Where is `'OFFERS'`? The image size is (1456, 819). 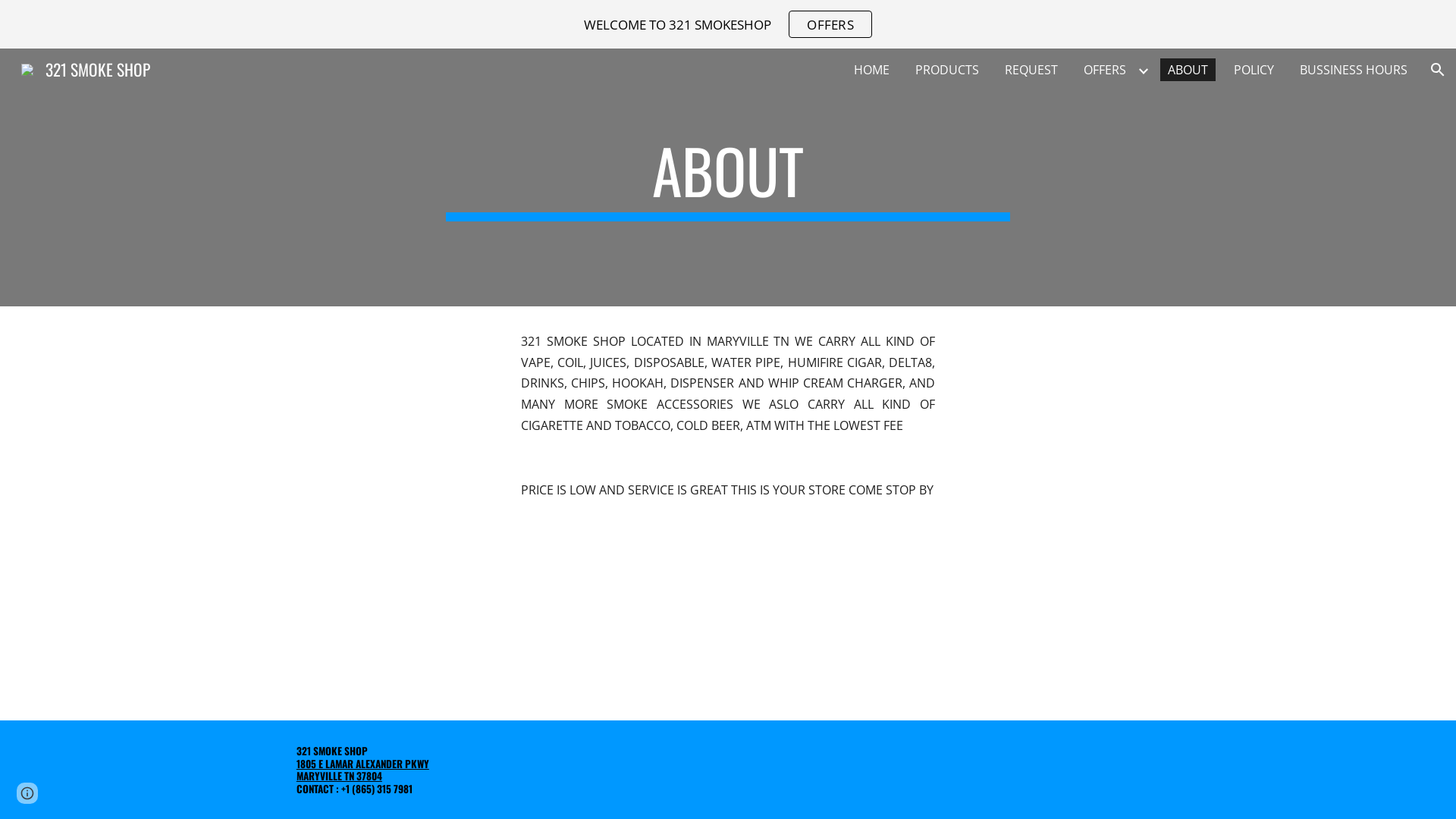
'OFFERS' is located at coordinates (1105, 70).